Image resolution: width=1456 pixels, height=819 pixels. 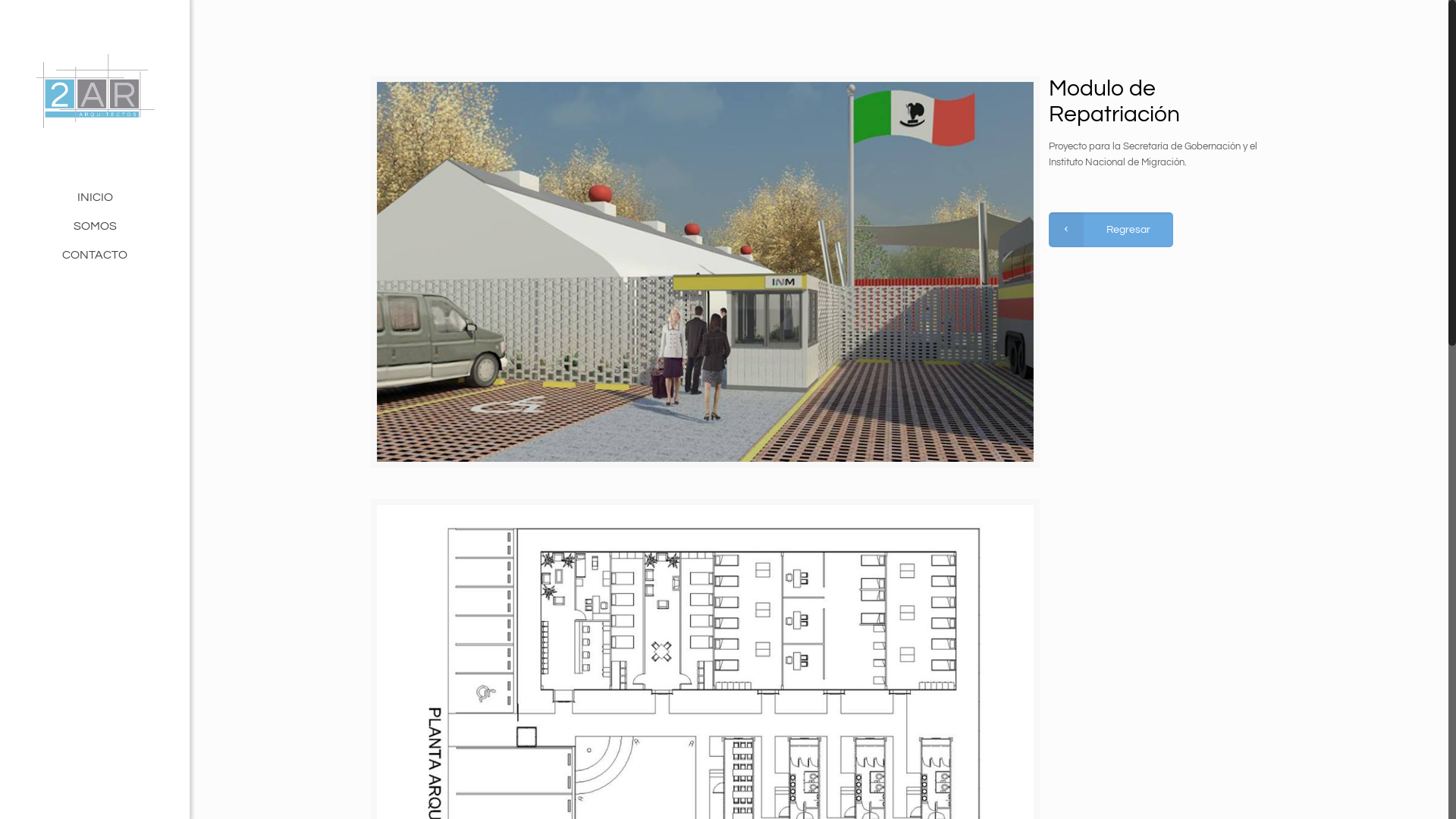 What do you see at coordinates (93, 91) in the screenshot?
I see `'2AR'` at bounding box center [93, 91].